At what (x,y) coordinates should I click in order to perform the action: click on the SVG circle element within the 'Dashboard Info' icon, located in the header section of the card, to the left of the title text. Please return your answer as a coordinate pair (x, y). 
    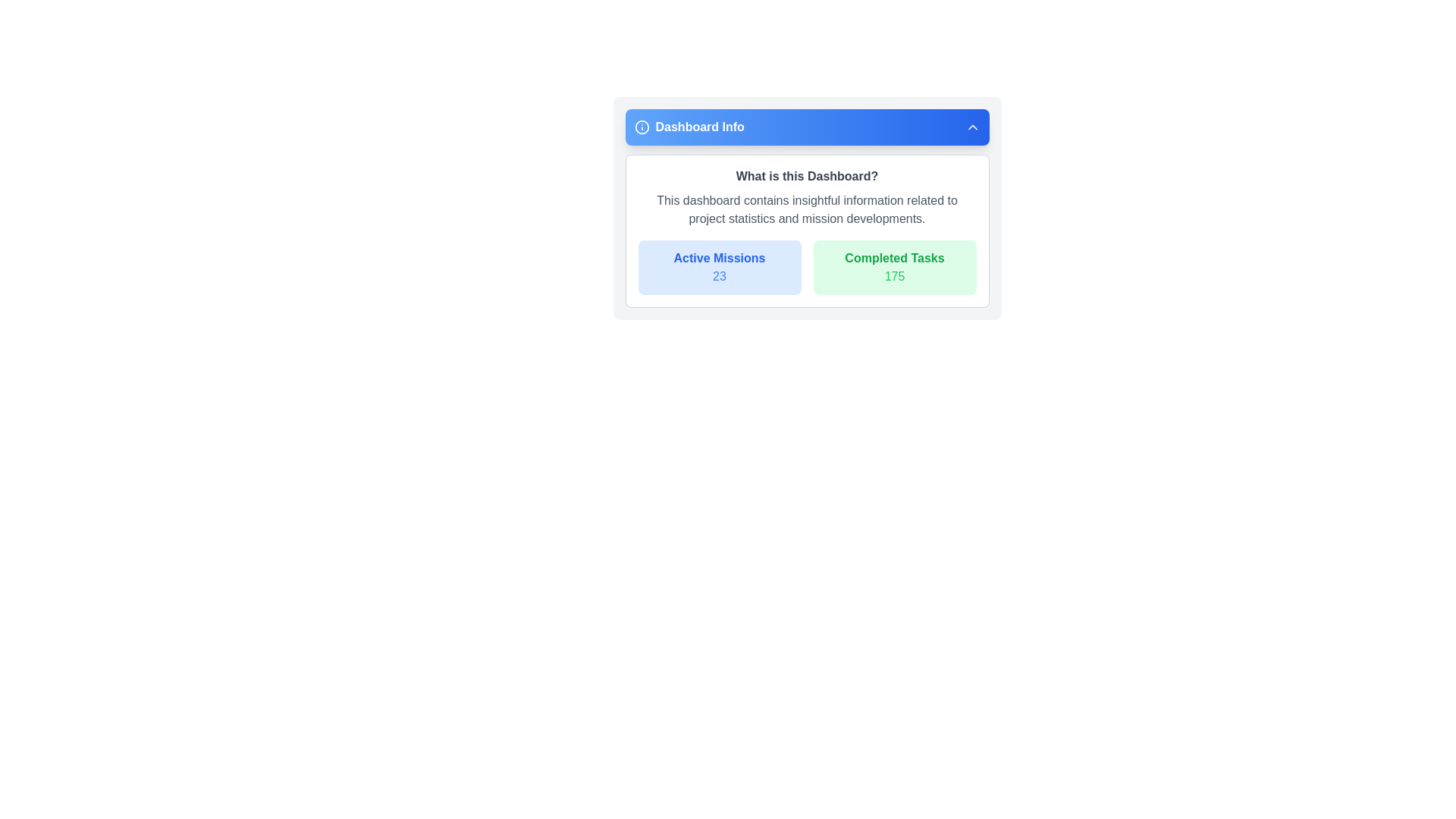
    Looking at the image, I should click on (642, 127).